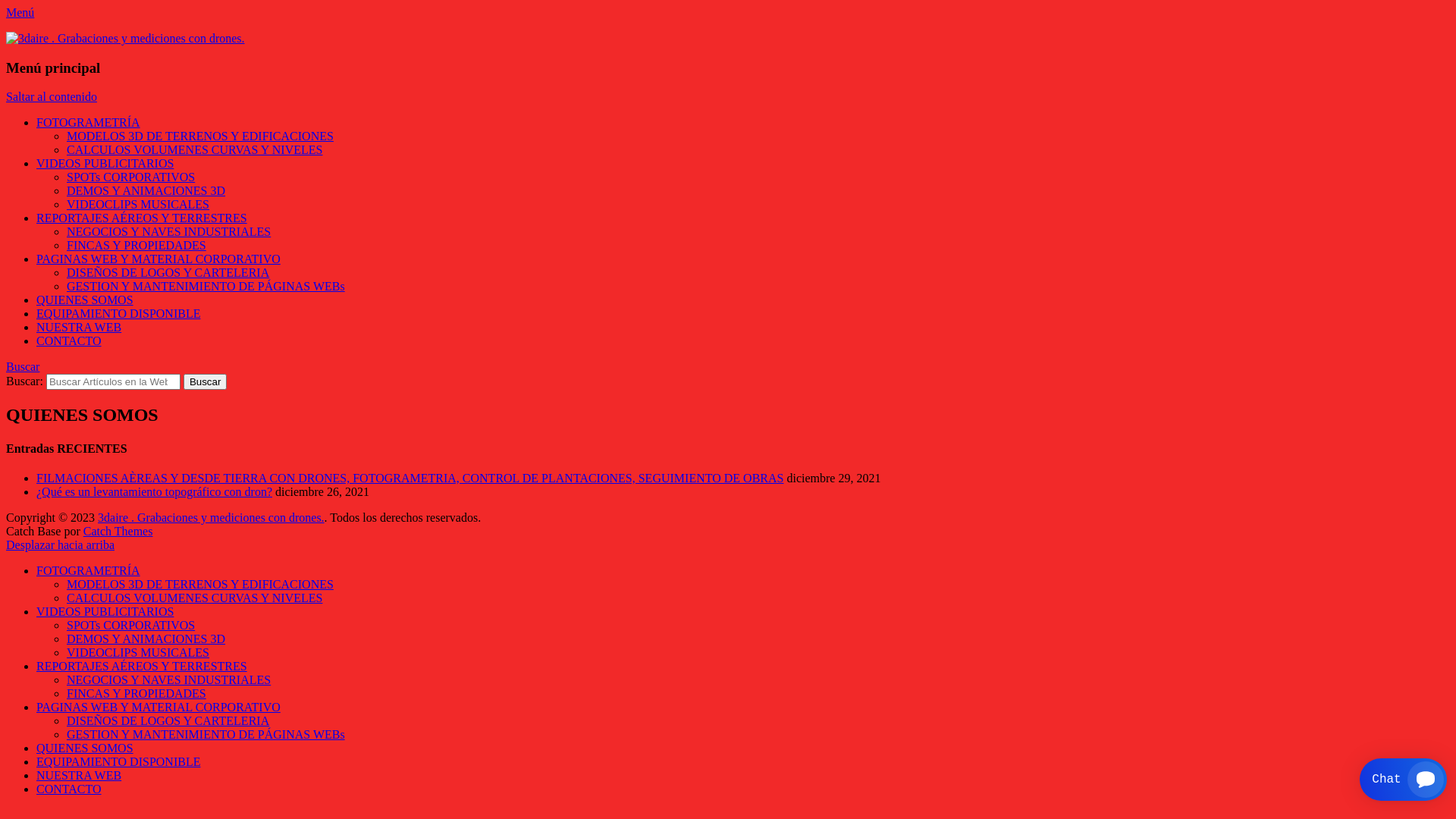 The width and height of the screenshot is (1456, 819). Describe the element at coordinates (118, 530) in the screenshot. I see `'Catch Themes'` at that location.